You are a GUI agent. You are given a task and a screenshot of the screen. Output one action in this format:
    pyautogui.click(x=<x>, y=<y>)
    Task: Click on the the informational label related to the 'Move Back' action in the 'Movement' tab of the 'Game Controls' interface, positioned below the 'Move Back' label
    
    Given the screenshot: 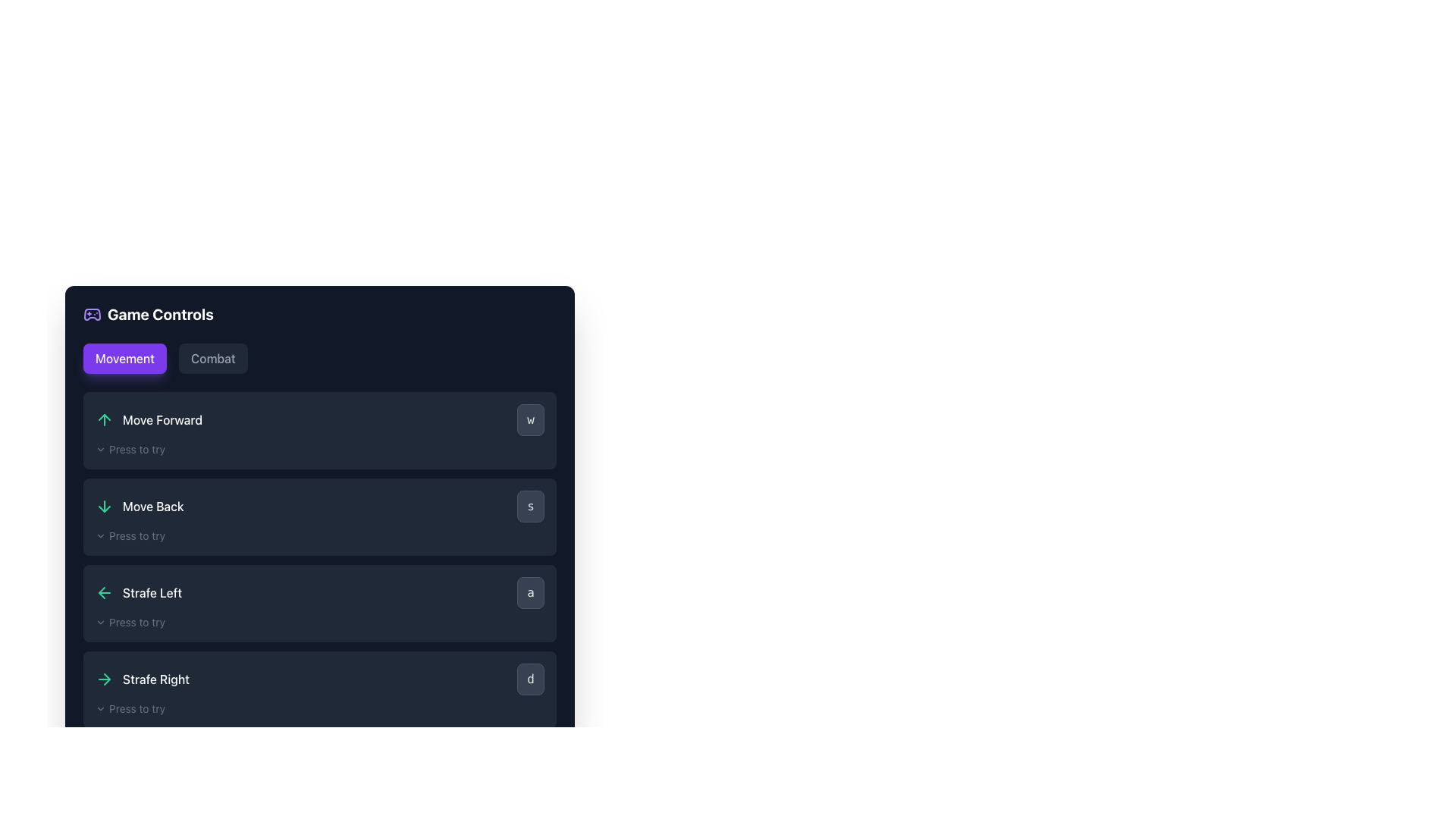 What is the action you would take?
    pyautogui.click(x=137, y=535)
    